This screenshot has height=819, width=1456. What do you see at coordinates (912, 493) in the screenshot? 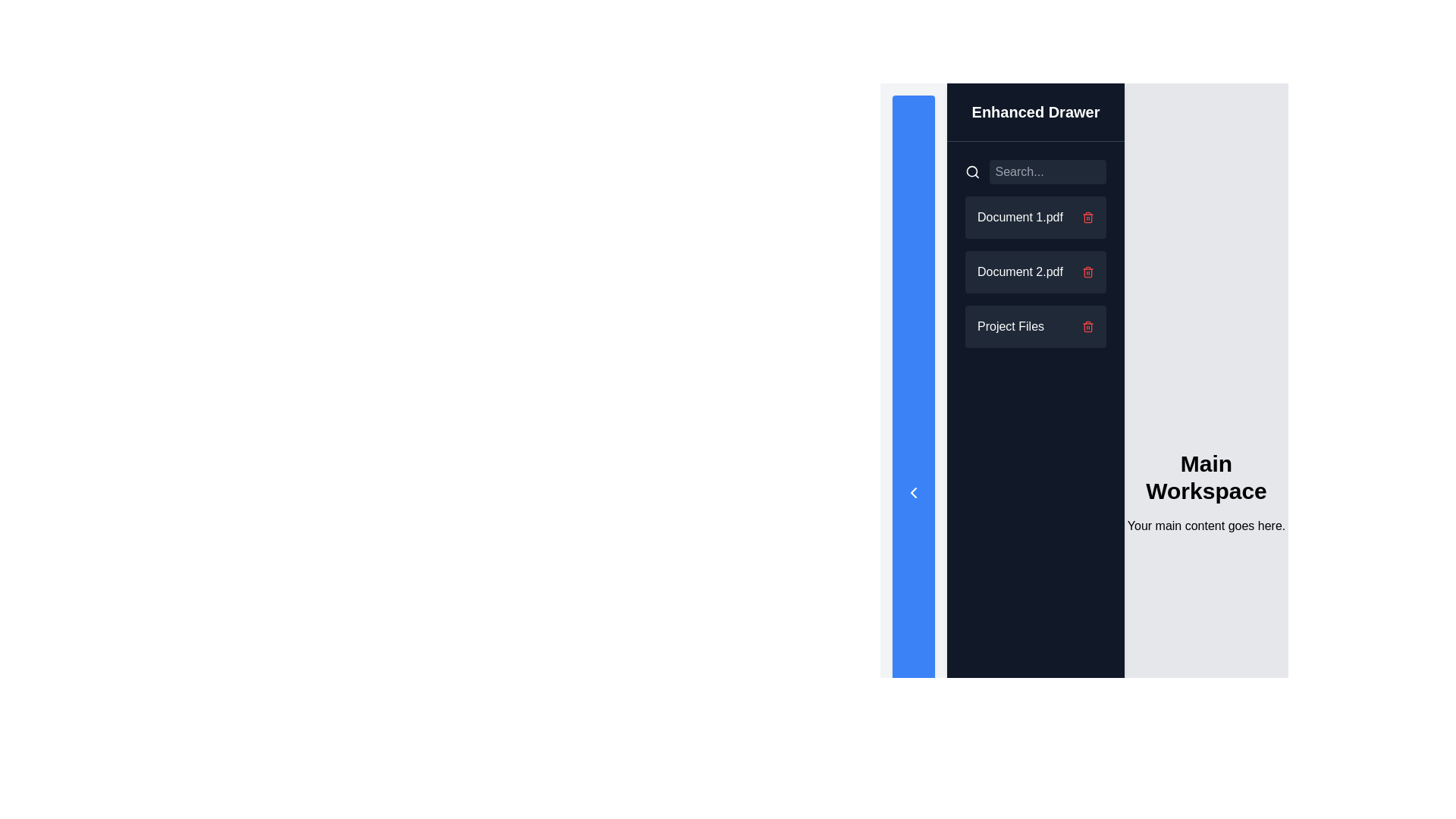
I see `the leftward-pointing chevron icon within the blue sidebar for accessibility purposes` at bounding box center [912, 493].